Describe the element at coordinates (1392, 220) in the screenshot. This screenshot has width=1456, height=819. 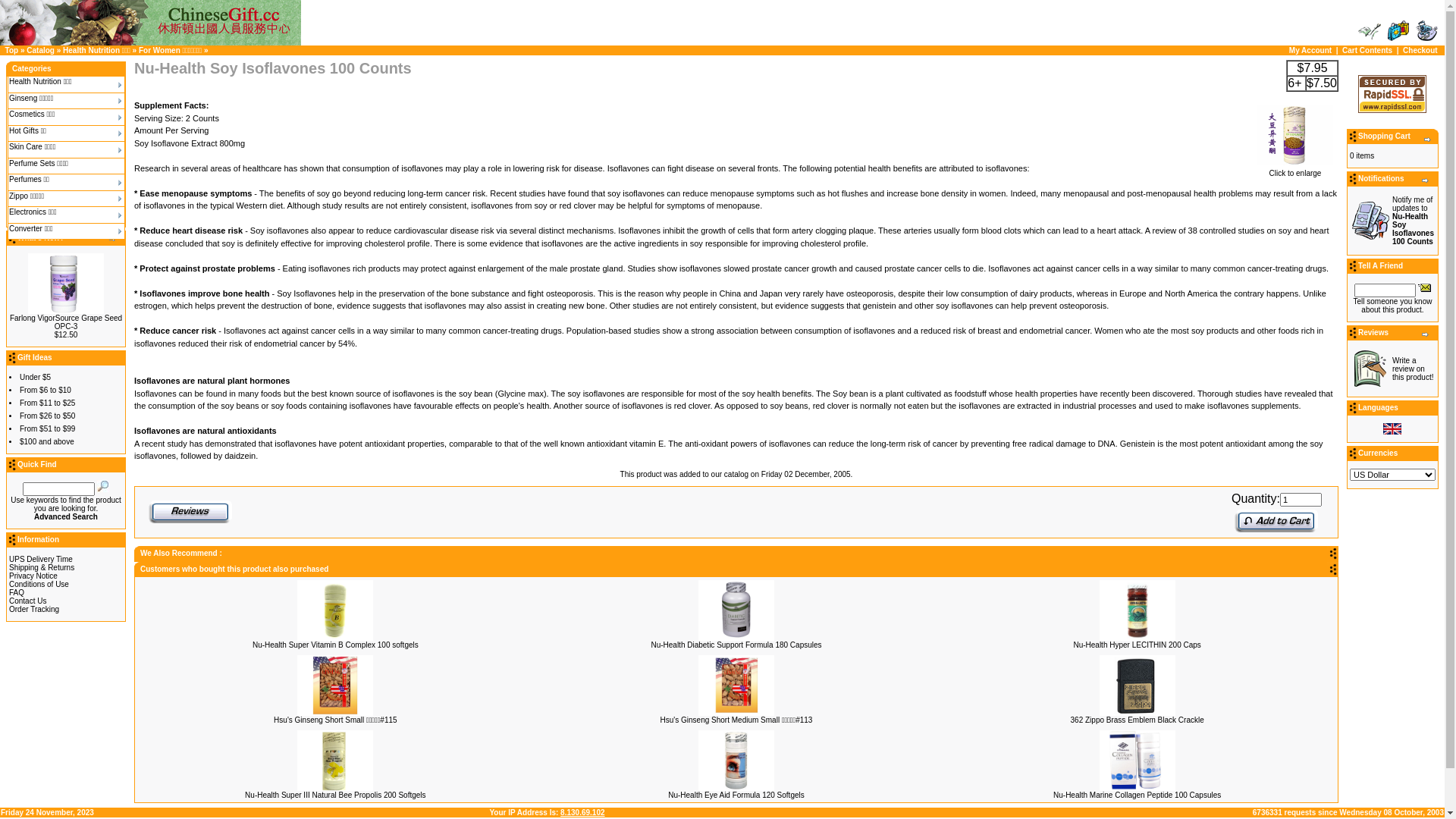
I see `'Notify me of updates to Nu-Health Soy Isoflavones 100 Counts'` at that location.